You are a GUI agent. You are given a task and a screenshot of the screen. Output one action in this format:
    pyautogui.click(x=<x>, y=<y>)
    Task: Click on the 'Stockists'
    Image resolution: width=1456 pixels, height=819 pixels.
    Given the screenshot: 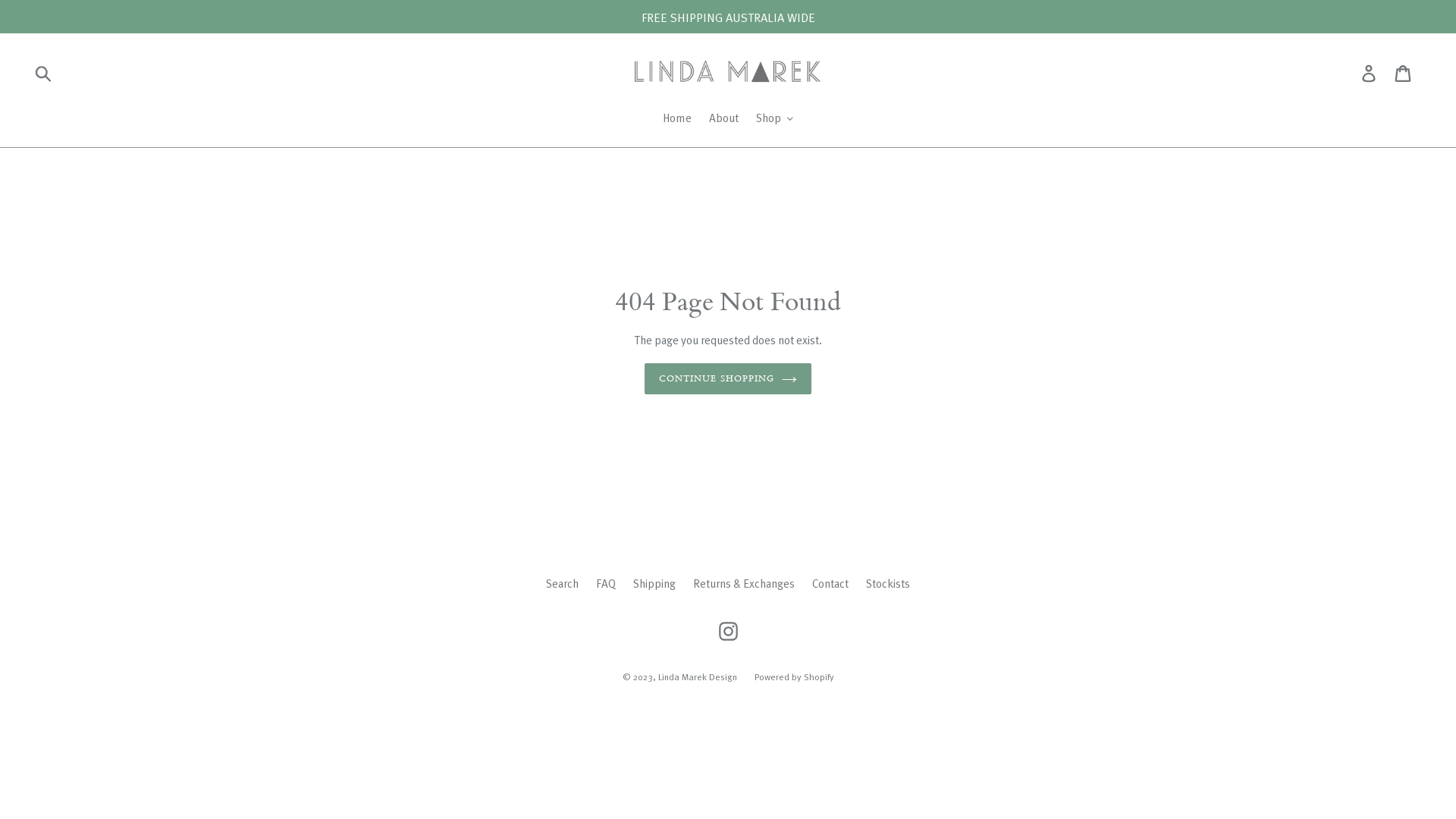 What is the action you would take?
    pyautogui.click(x=866, y=582)
    